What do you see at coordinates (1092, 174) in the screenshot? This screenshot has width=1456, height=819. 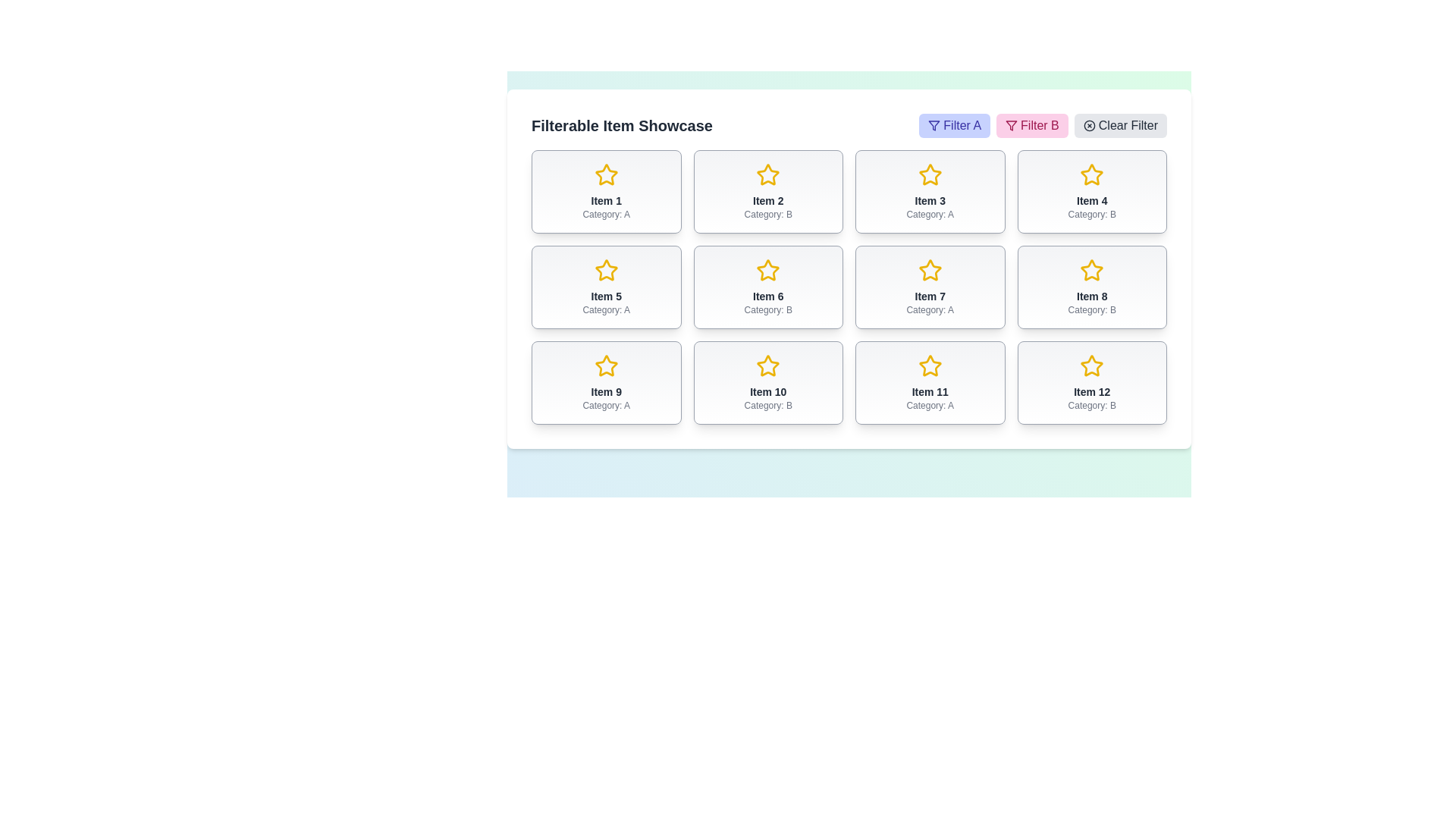 I see `the fourth star icon in the top row of a 4x3 grid, which serves as a rating marker for 'Item 4', to provide feedback or selection` at bounding box center [1092, 174].